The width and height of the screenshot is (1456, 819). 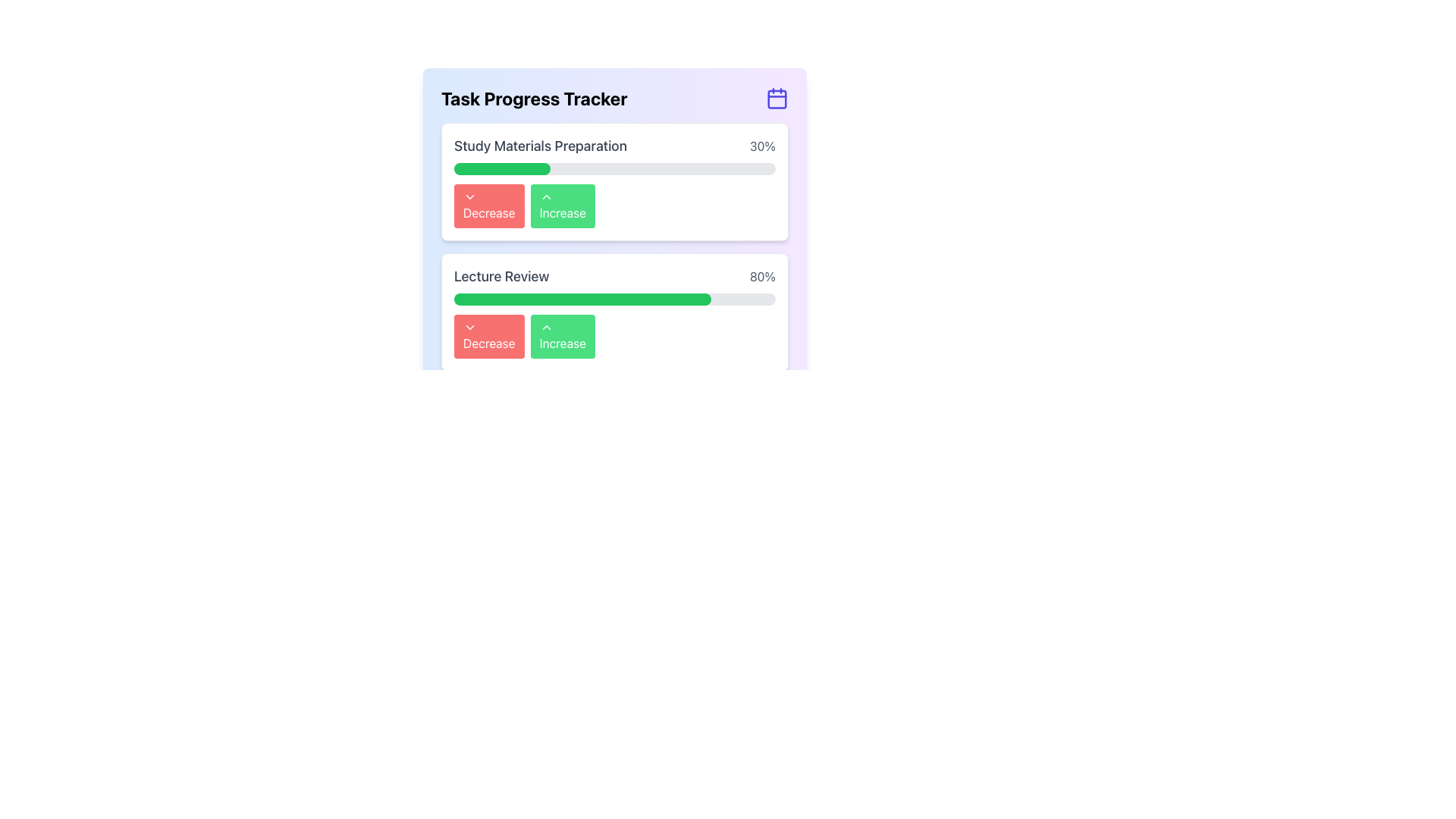 What do you see at coordinates (615, 146) in the screenshot?
I see `the 'Study Materials Preparation' text label, which displays '30%' aligned to the right, located in the upper section of the task tracking card` at bounding box center [615, 146].